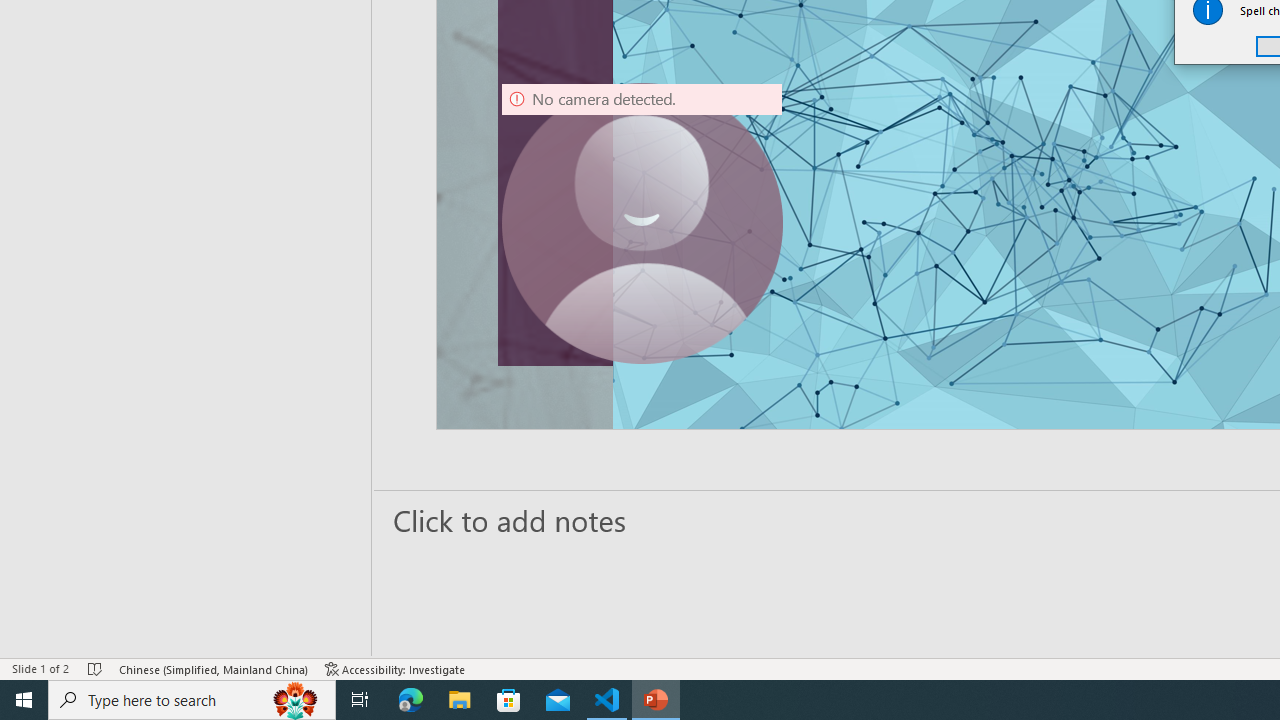  What do you see at coordinates (410, 698) in the screenshot?
I see `'Microsoft Edge'` at bounding box center [410, 698].